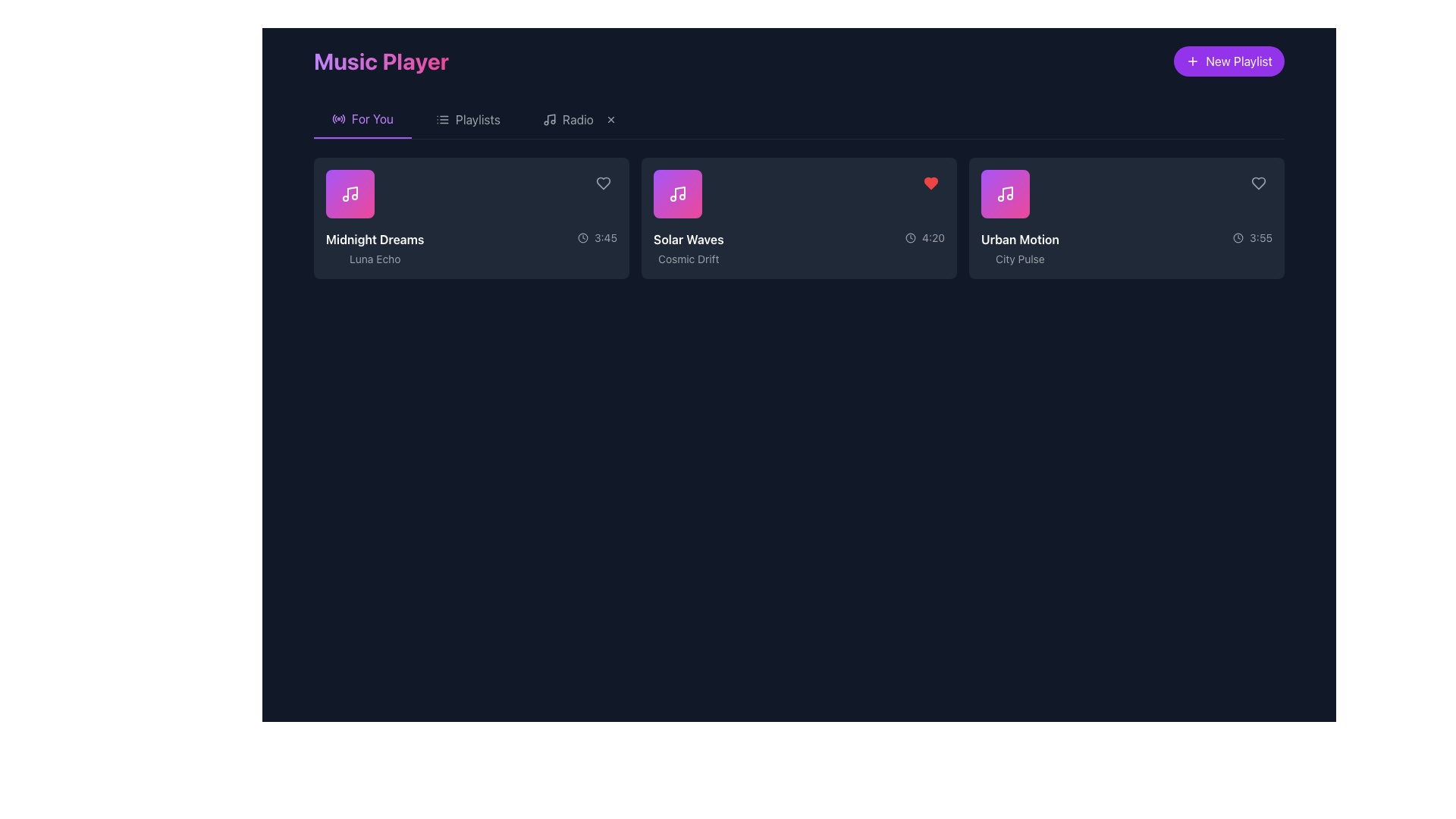  I want to click on the 'For You' Navigation Tab element, which is characterized by a purple icon resembling radio waves and bold purple text, so click(362, 119).